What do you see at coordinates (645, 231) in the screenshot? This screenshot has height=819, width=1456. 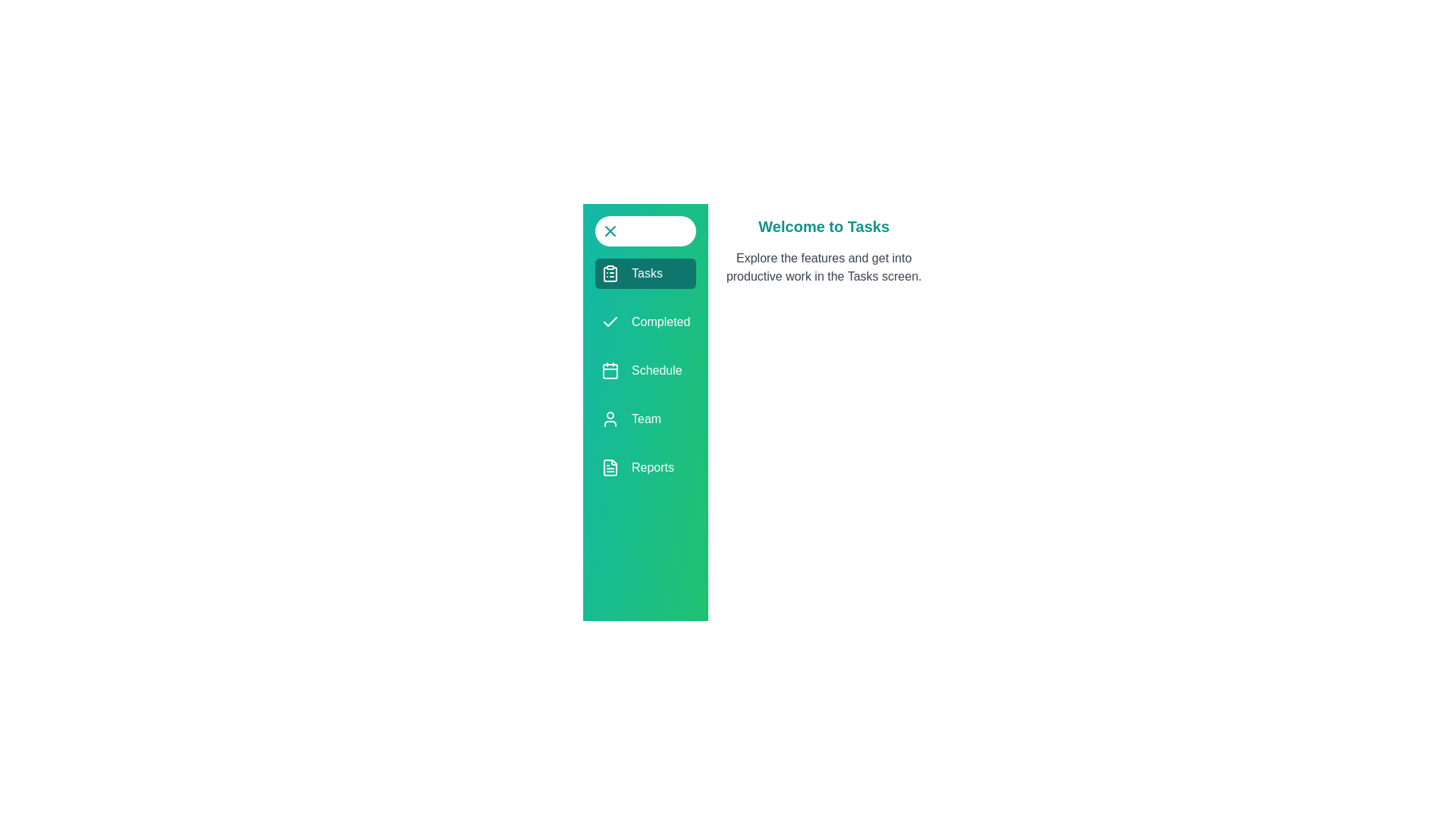 I see `the toggle button to close the drawer` at bounding box center [645, 231].